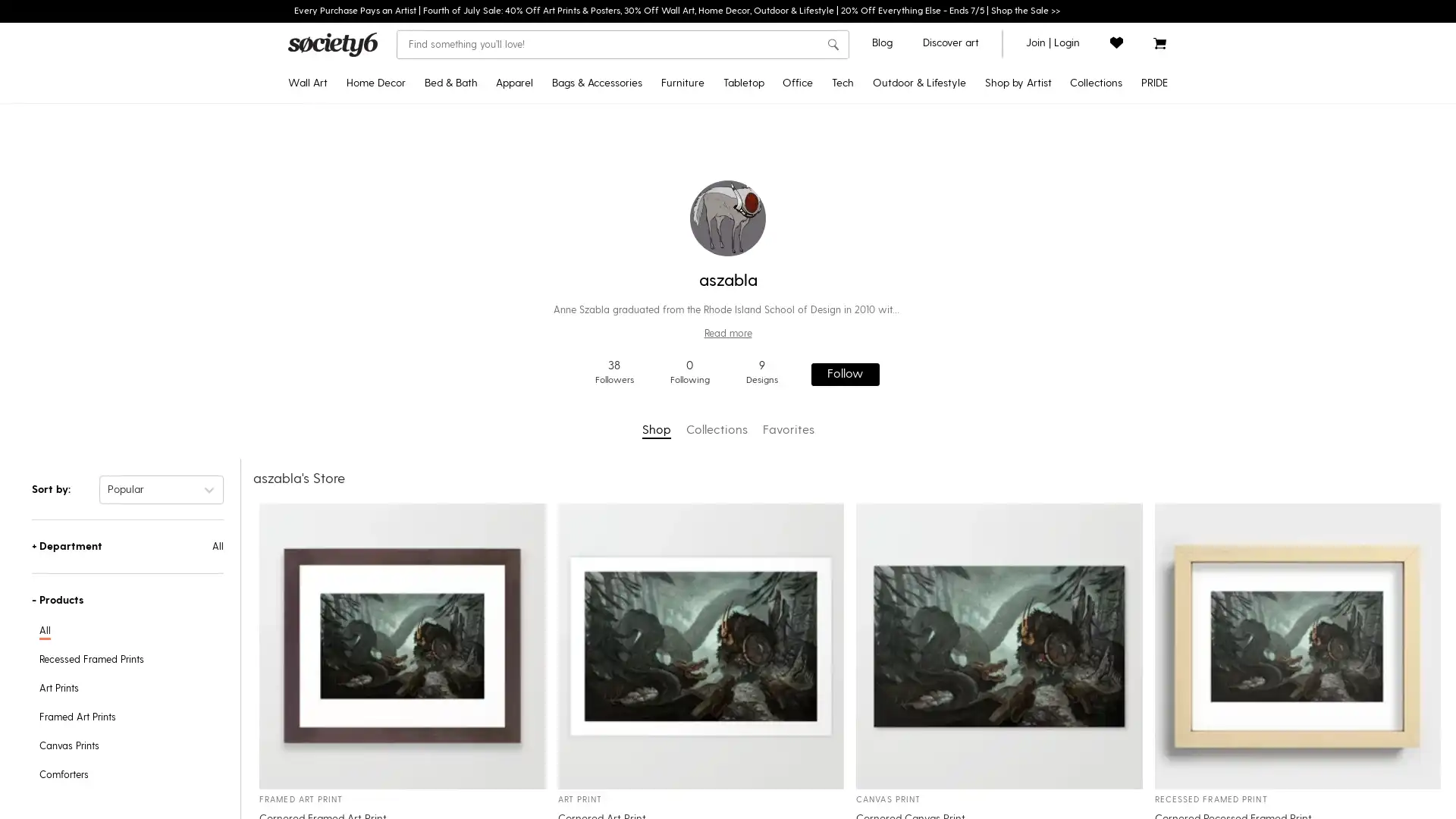 This screenshot has height=819, width=1456. Describe the element at coordinates (835, 244) in the screenshot. I see `Acrylic Boxes` at that location.